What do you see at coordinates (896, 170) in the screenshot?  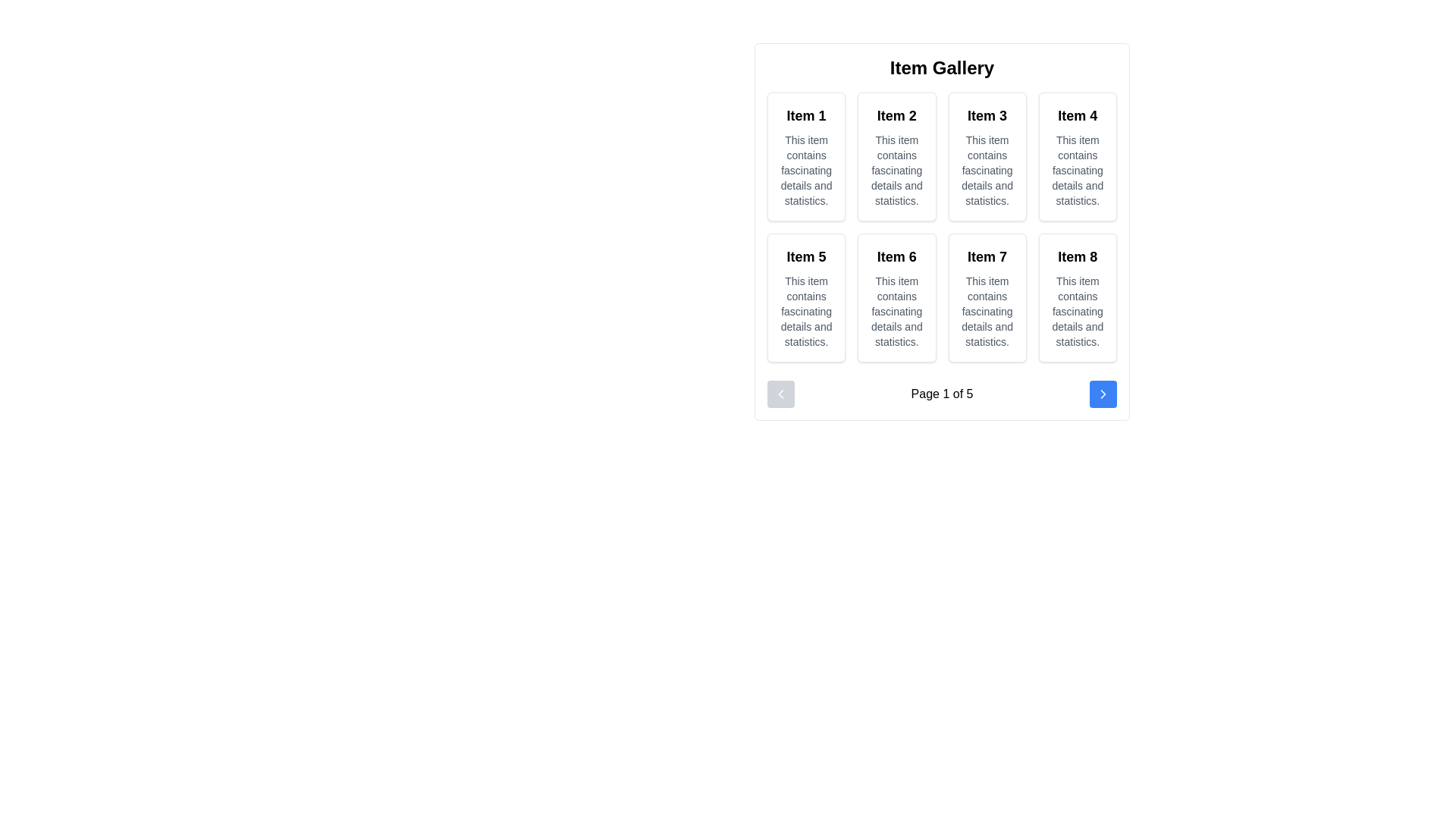 I see `the text block that reads 'This item contains fascinating details and statistics.' located in the card layout for 'Item 2', positioned below its title` at bounding box center [896, 170].